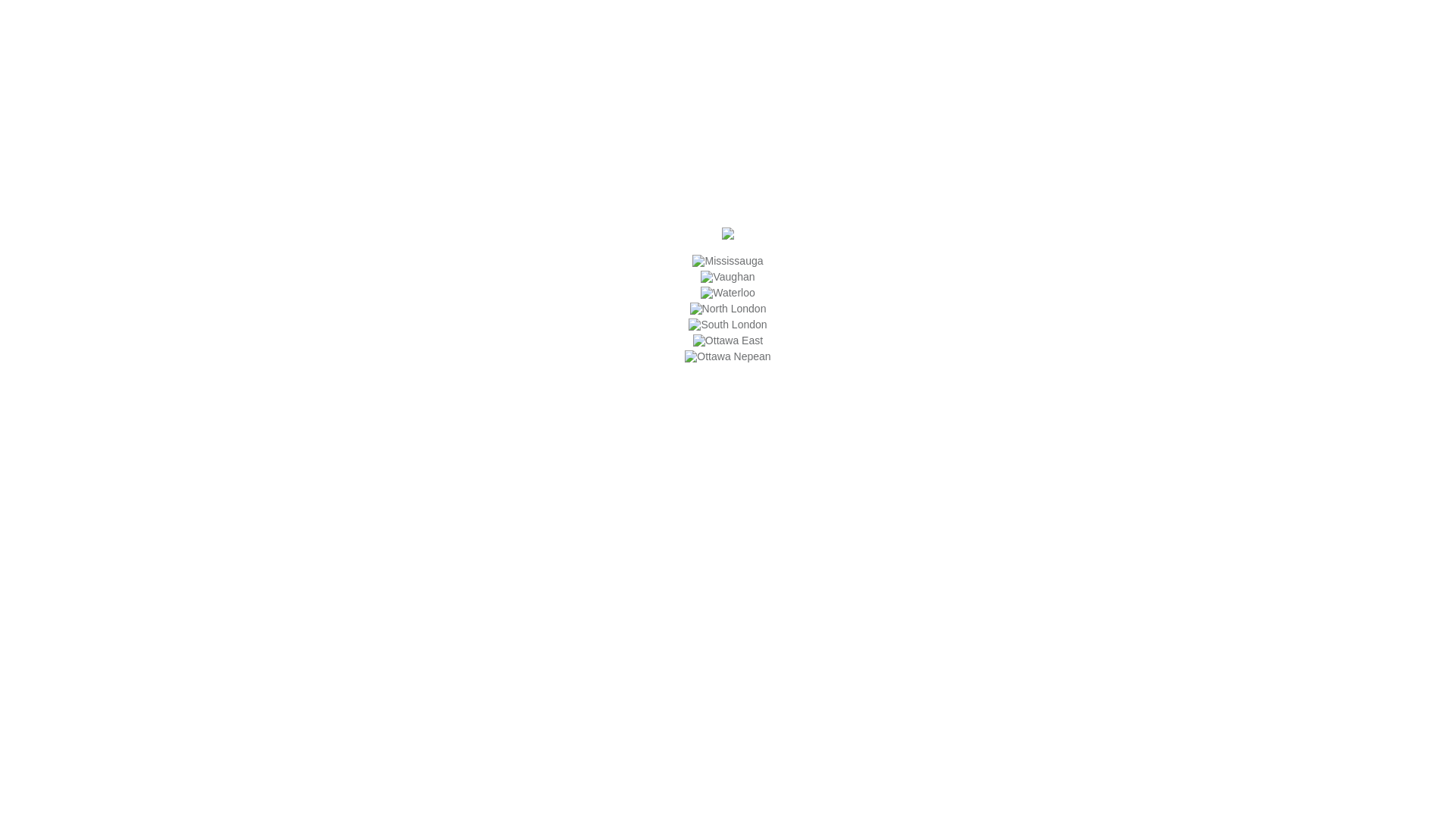  What do you see at coordinates (726, 356) in the screenshot?
I see `'Ottawa Nepean'` at bounding box center [726, 356].